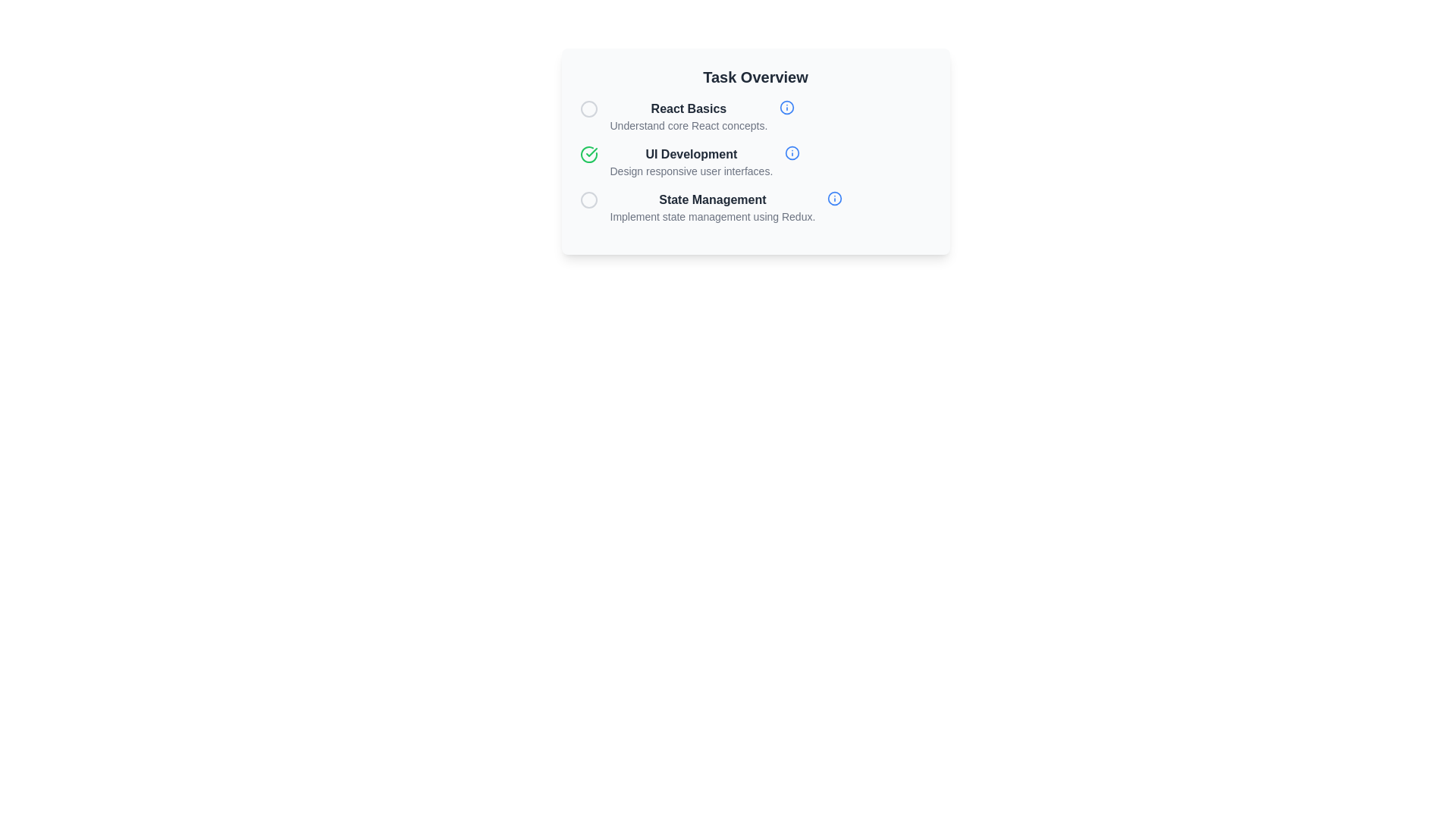 The height and width of the screenshot is (819, 1456). Describe the element at coordinates (588, 155) in the screenshot. I see `the completion icon indicating the status of the 'UI Development' task` at that location.